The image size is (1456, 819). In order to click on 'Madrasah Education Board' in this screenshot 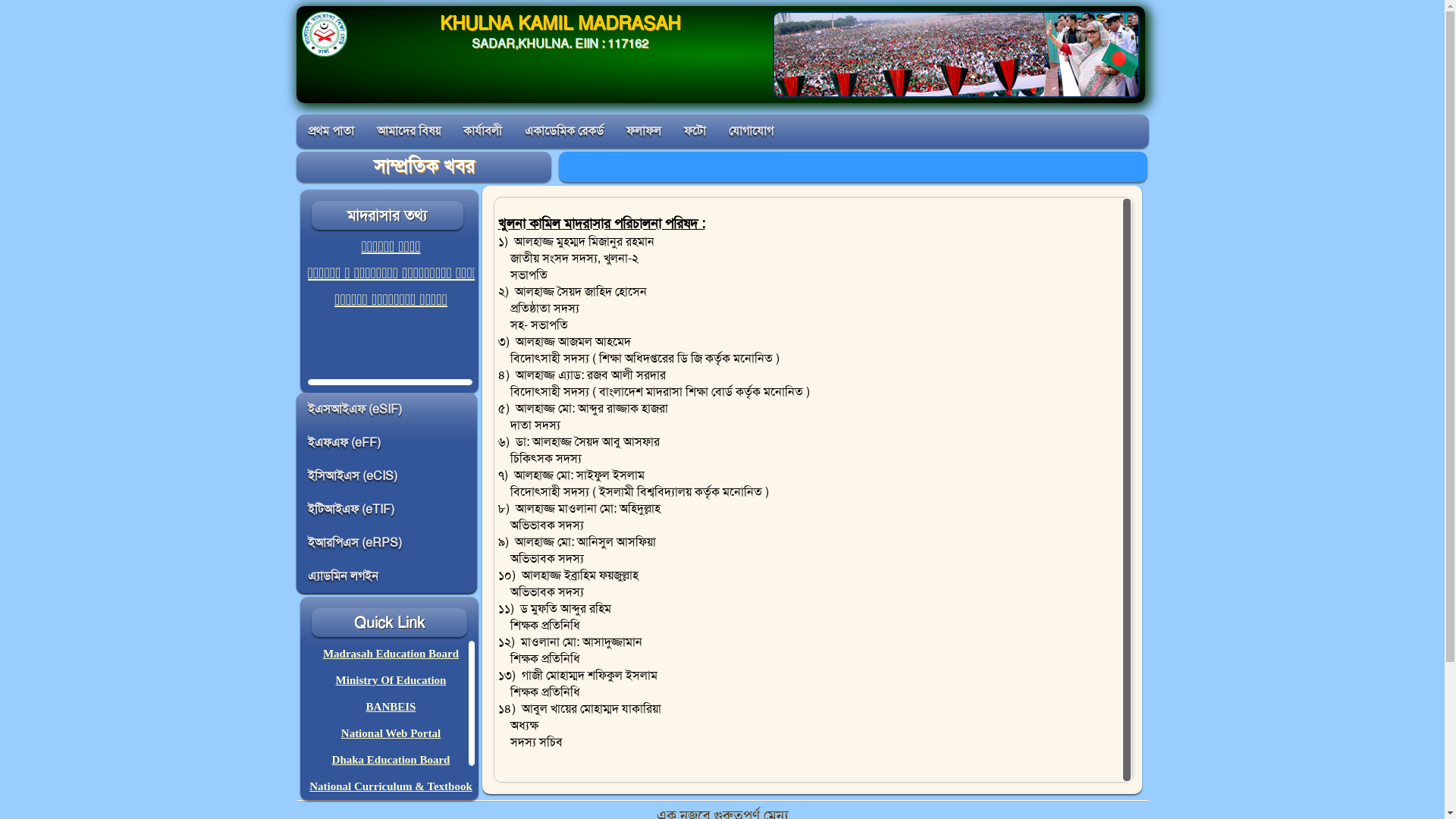, I will do `click(391, 652)`.